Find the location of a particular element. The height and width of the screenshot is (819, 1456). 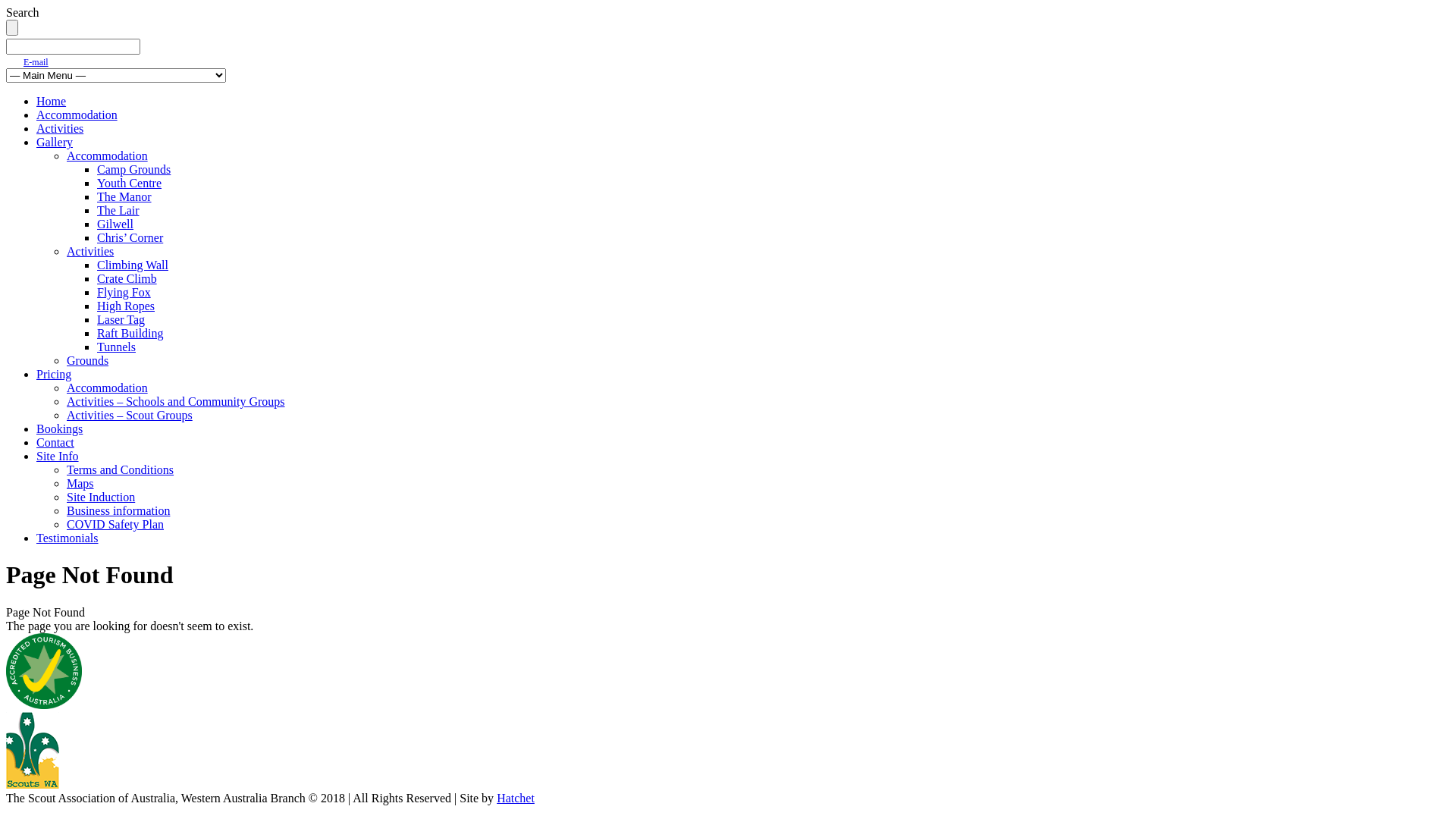

'Contact' is located at coordinates (55, 442).